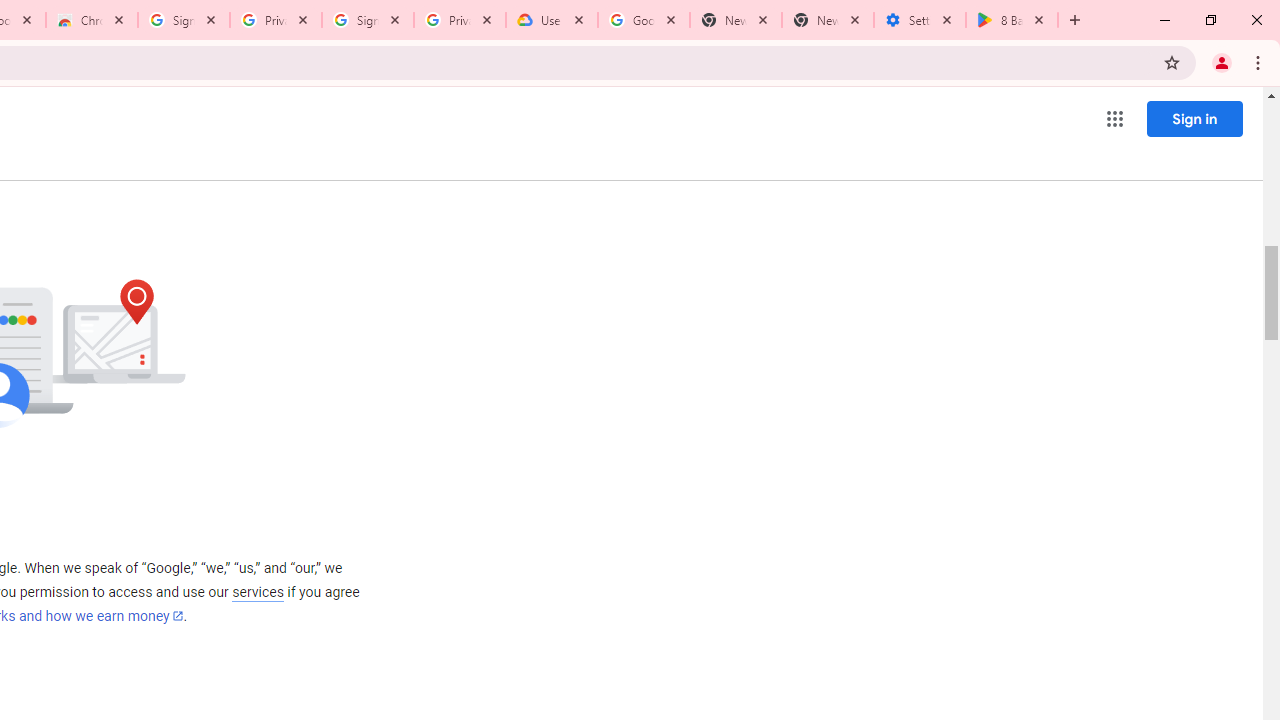  Describe the element at coordinates (256, 591) in the screenshot. I see `'services'` at that location.